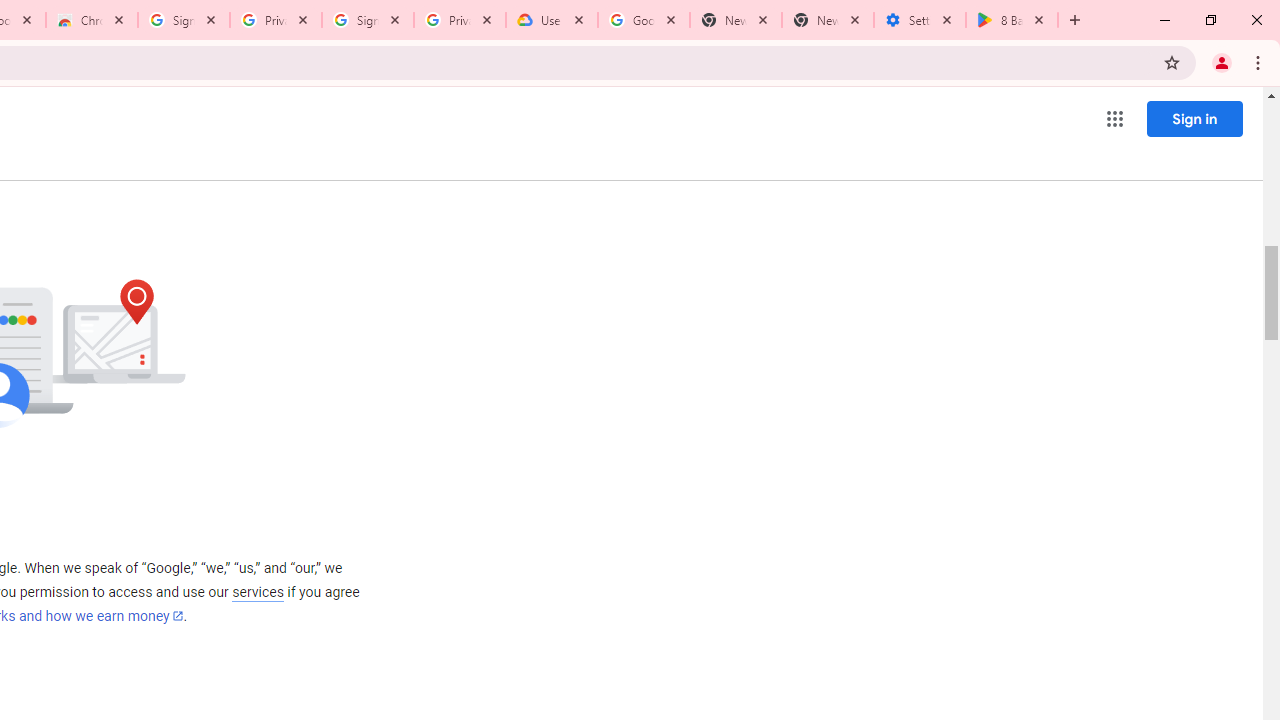  Describe the element at coordinates (256, 591) in the screenshot. I see `'services'` at that location.